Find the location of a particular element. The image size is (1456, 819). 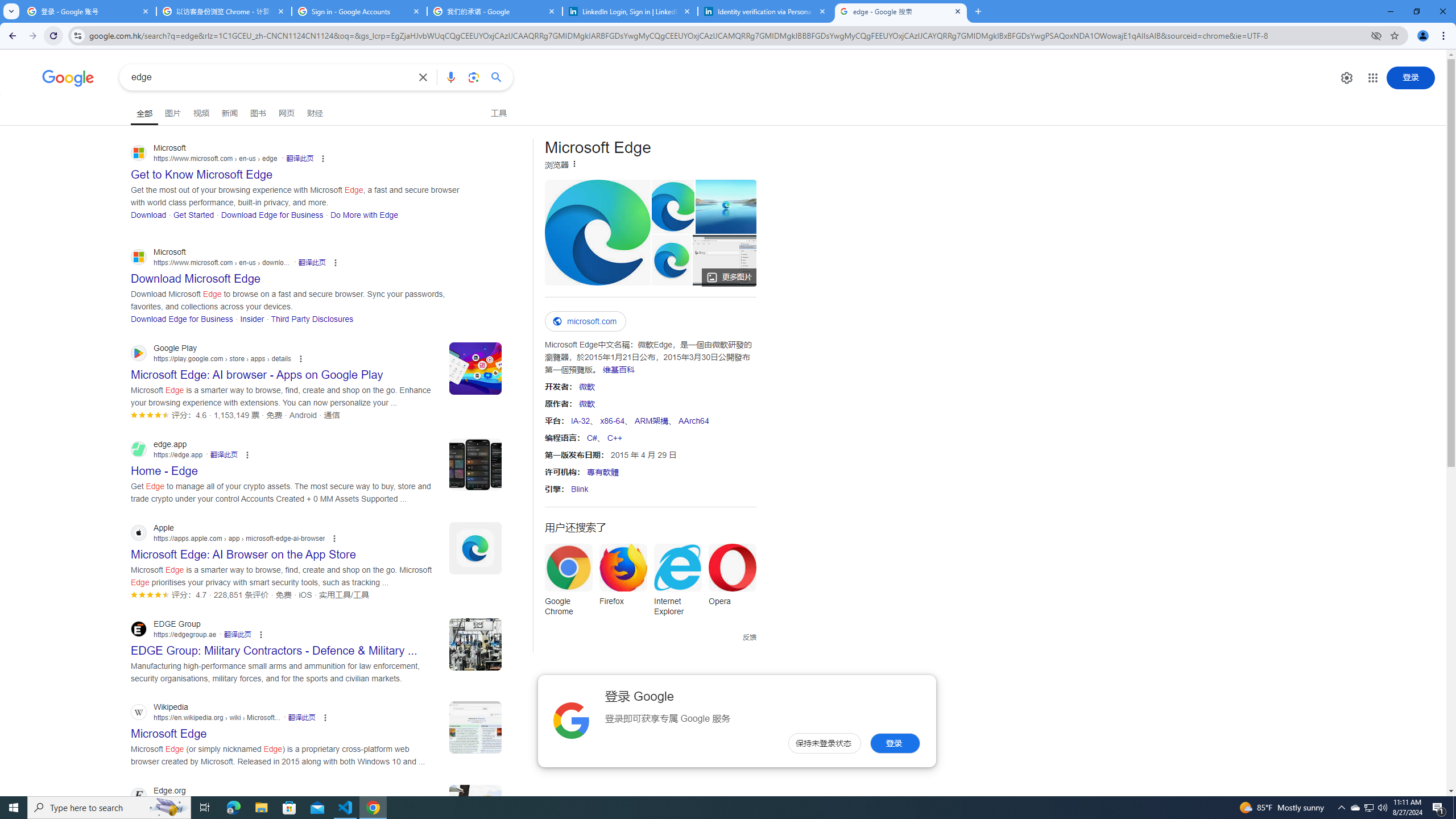

'Blink' is located at coordinates (579, 489).